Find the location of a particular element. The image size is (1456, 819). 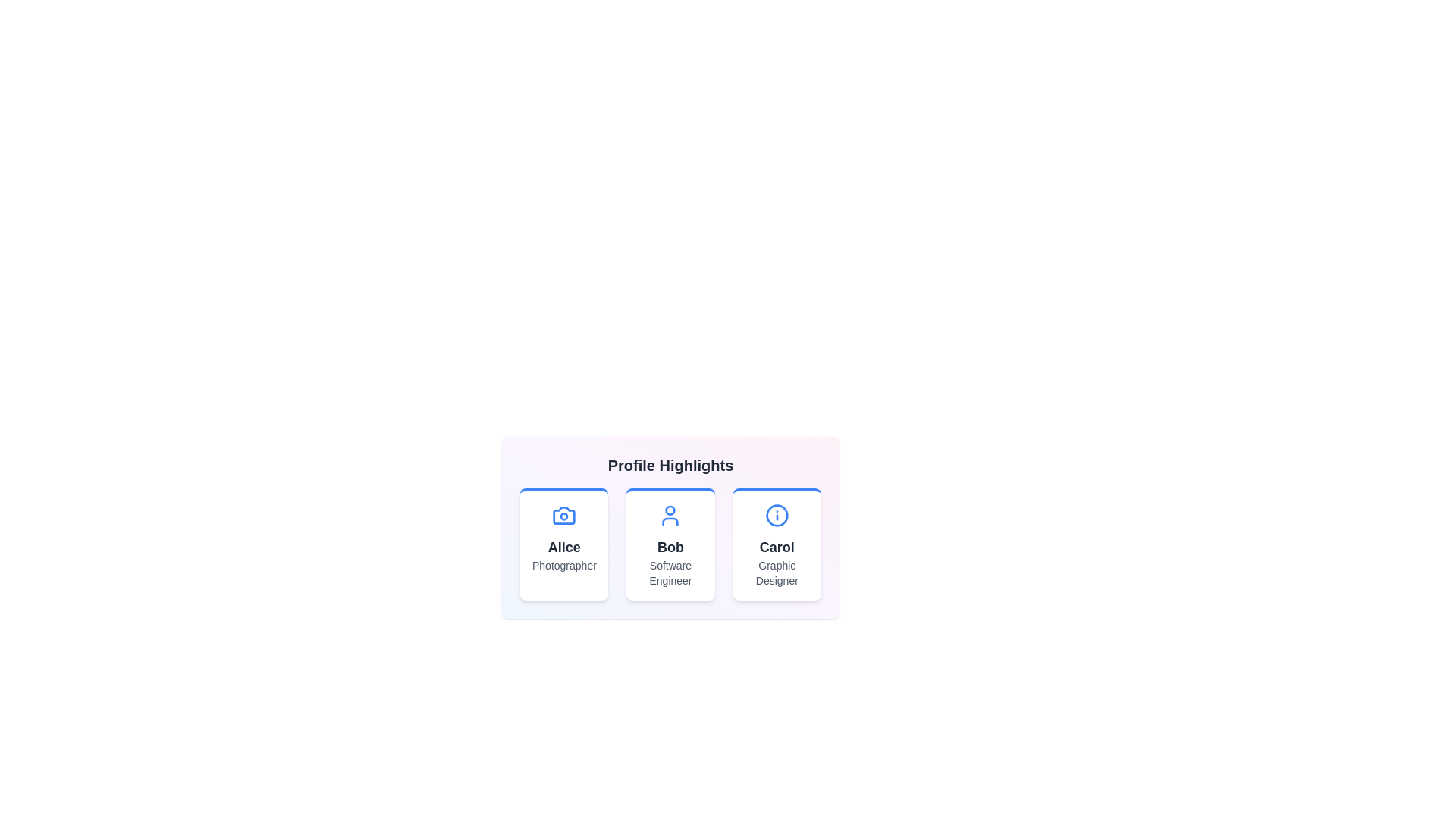

the profile card of Alice to preview additional information is located at coordinates (563, 543).